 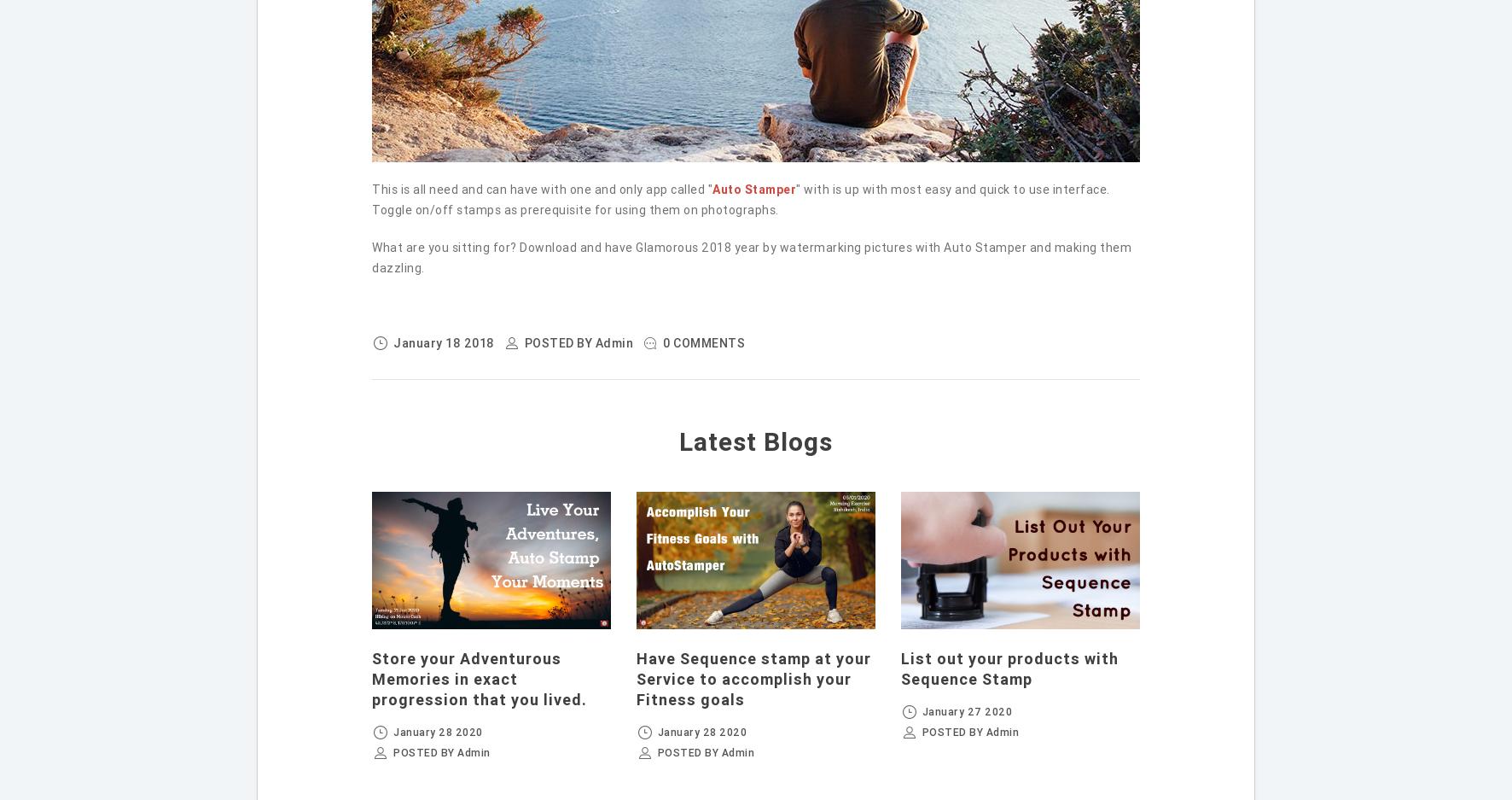 What do you see at coordinates (542, 188) in the screenshot?
I see `'This is all need and can have with one and only app called "'` at bounding box center [542, 188].